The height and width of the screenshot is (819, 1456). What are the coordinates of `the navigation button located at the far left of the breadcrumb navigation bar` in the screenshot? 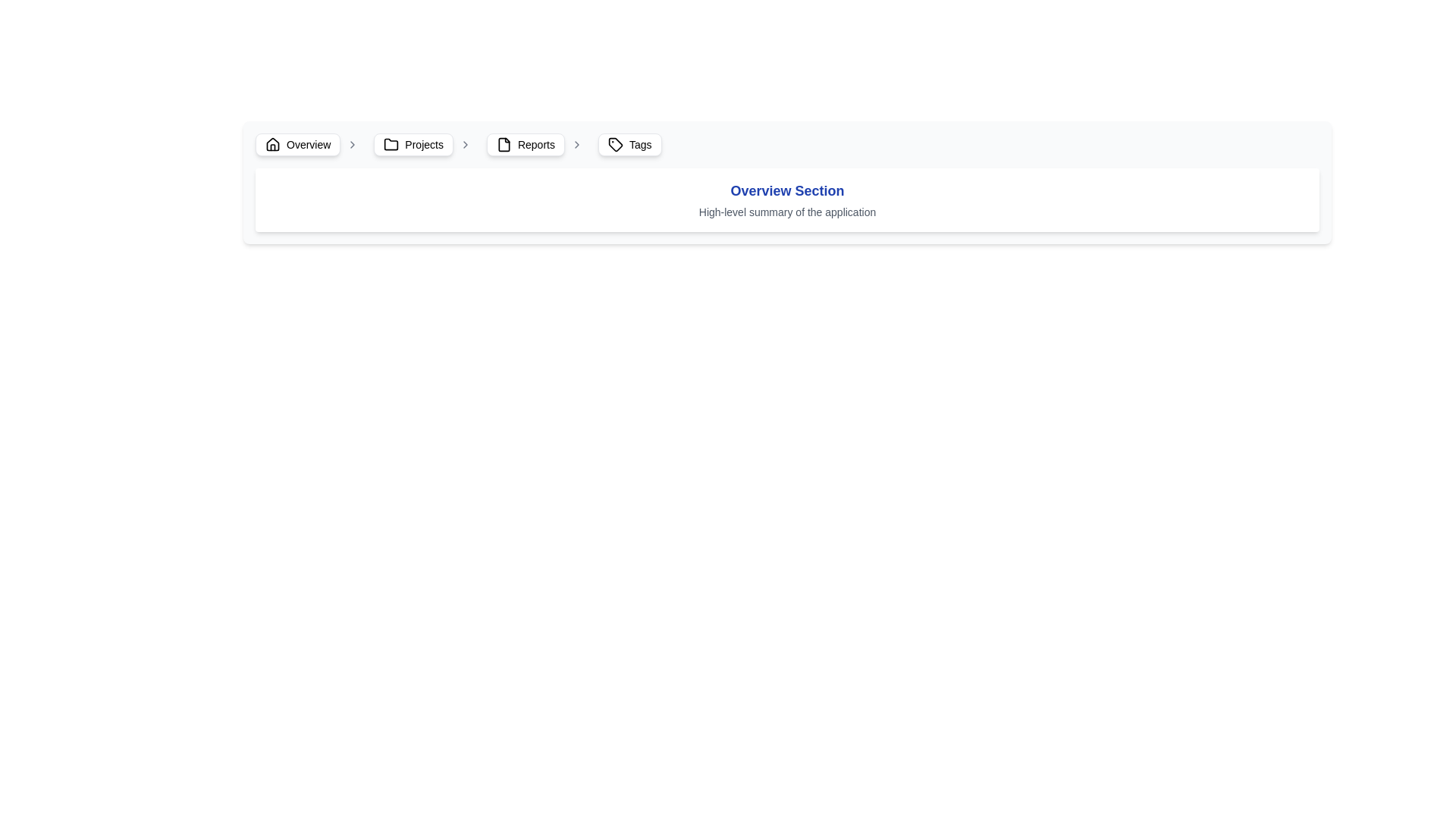 It's located at (298, 145).